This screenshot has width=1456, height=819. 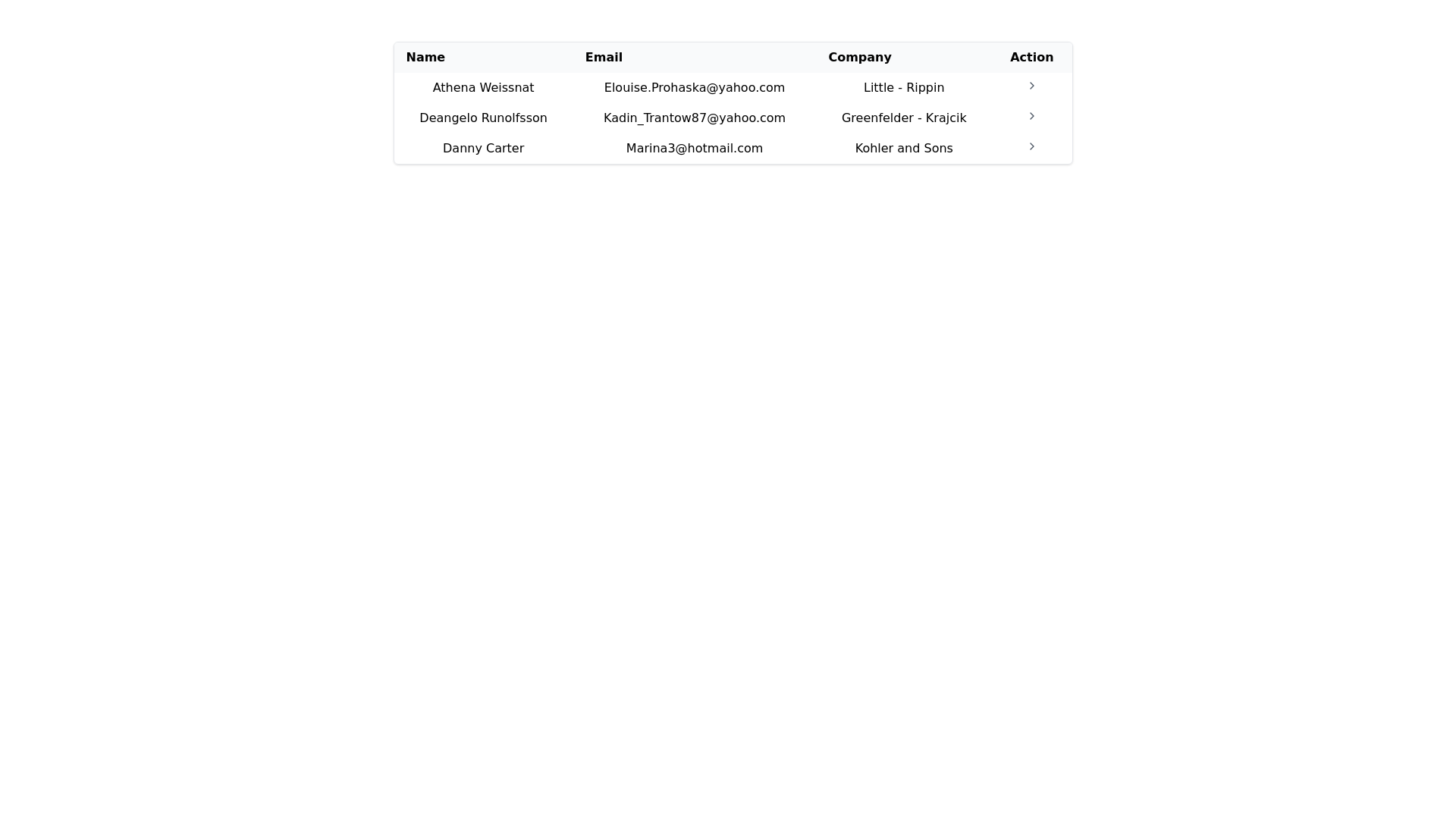 I want to click on the third row of the table containing the cells for 'Danny Carter', 'Marina3@hotmail.com', 'Kohler and Sons', and an arrow icon, so click(x=733, y=149).